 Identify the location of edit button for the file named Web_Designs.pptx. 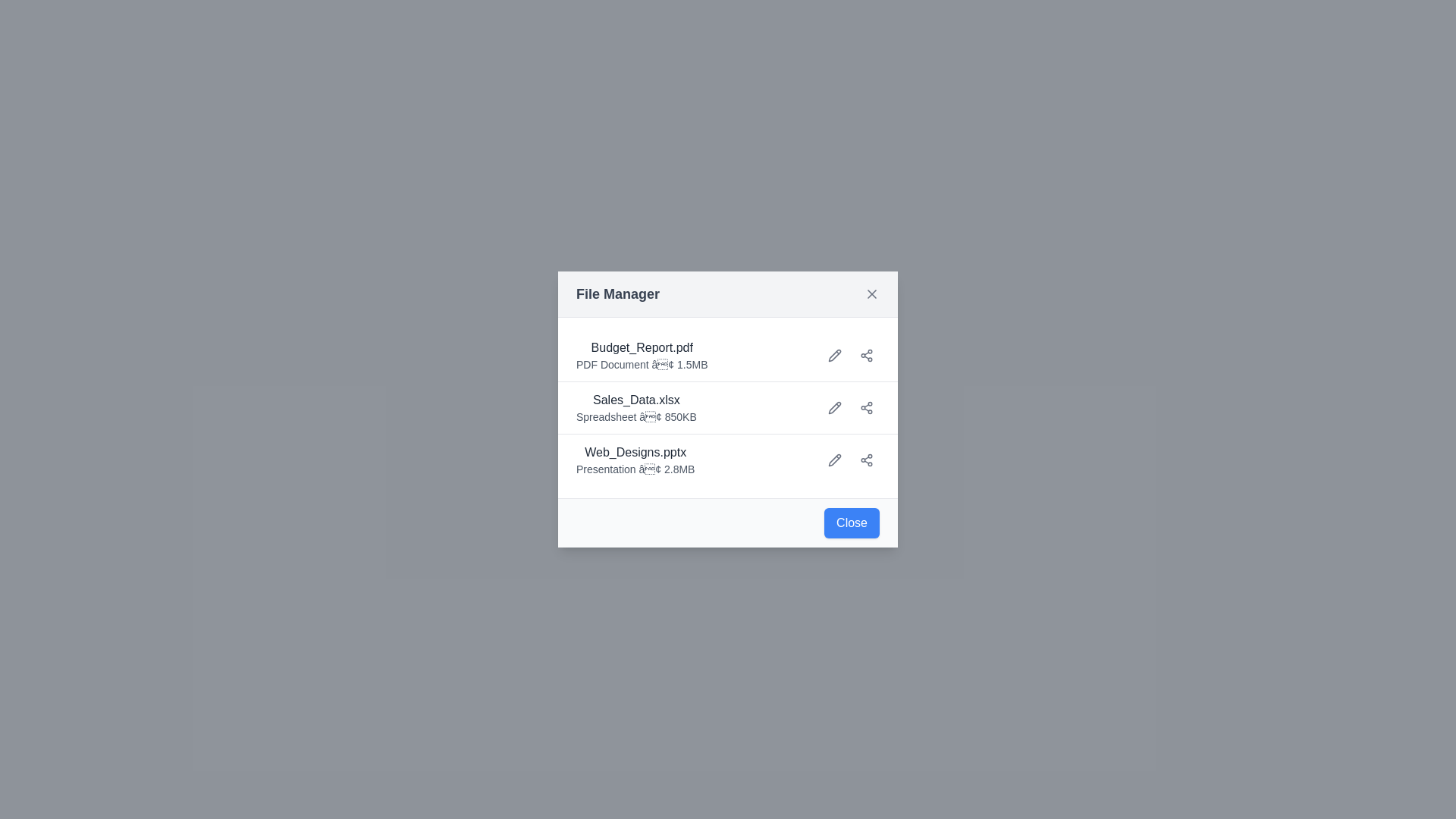
(833, 459).